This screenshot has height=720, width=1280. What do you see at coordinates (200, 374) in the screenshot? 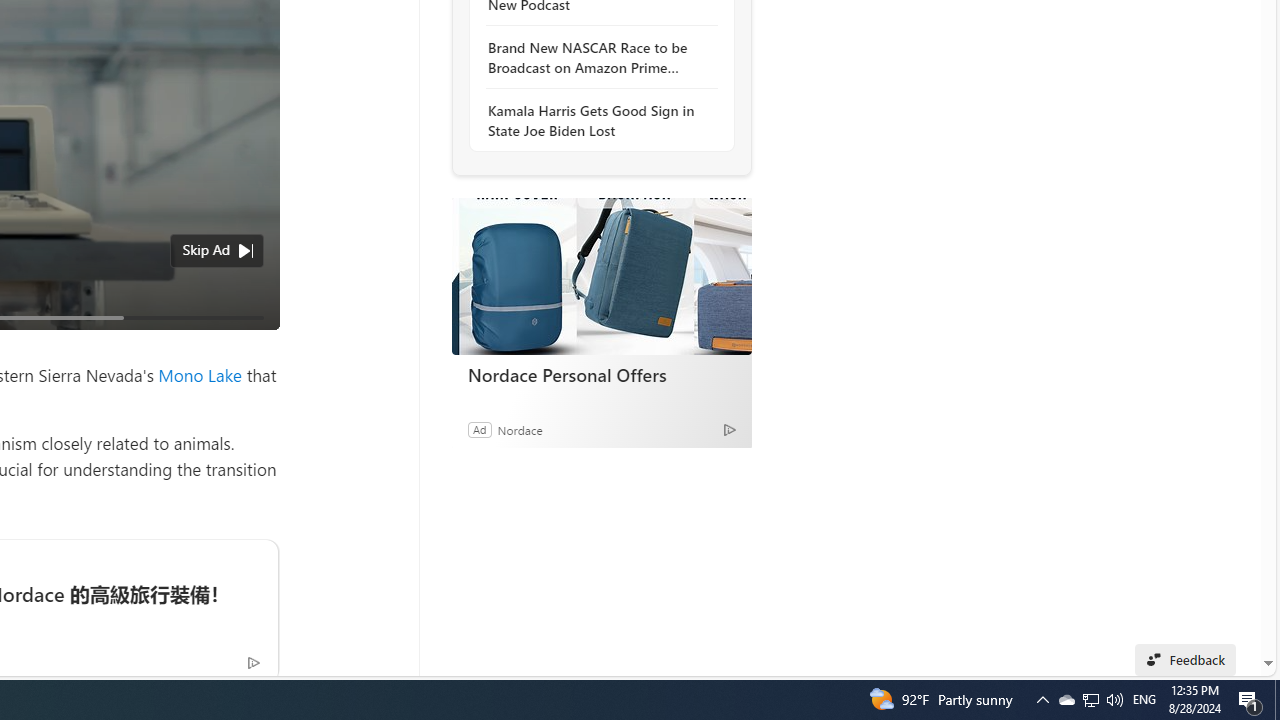
I see `'Mono Lake'` at bounding box center [200, 374].